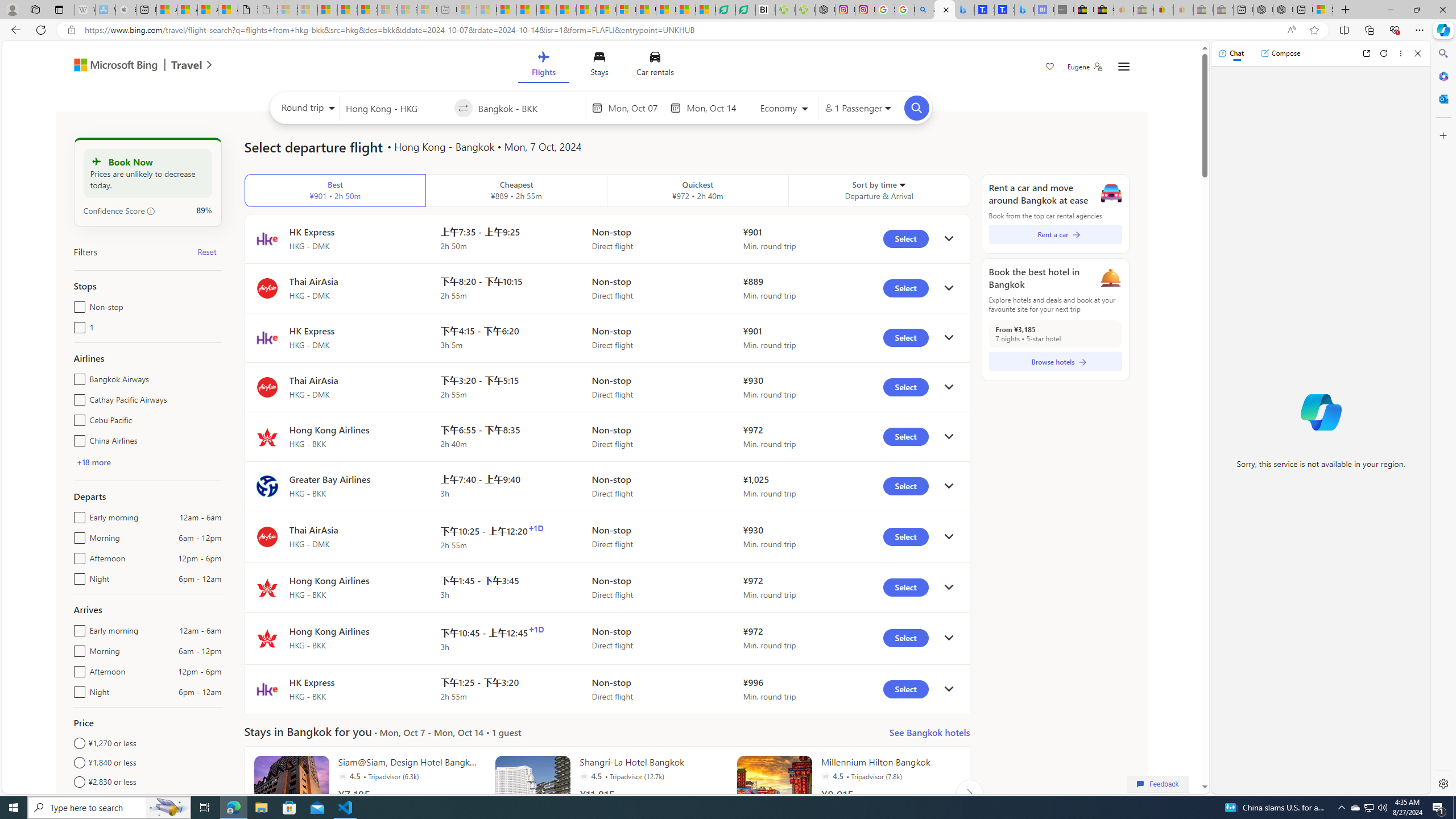  What do you see at coordinates (944, 9) in the screenshot?
I see `'Microsoft Bing Travel - Flights from Hong Kong to Bangkok'` at bounding box center [944, 9].